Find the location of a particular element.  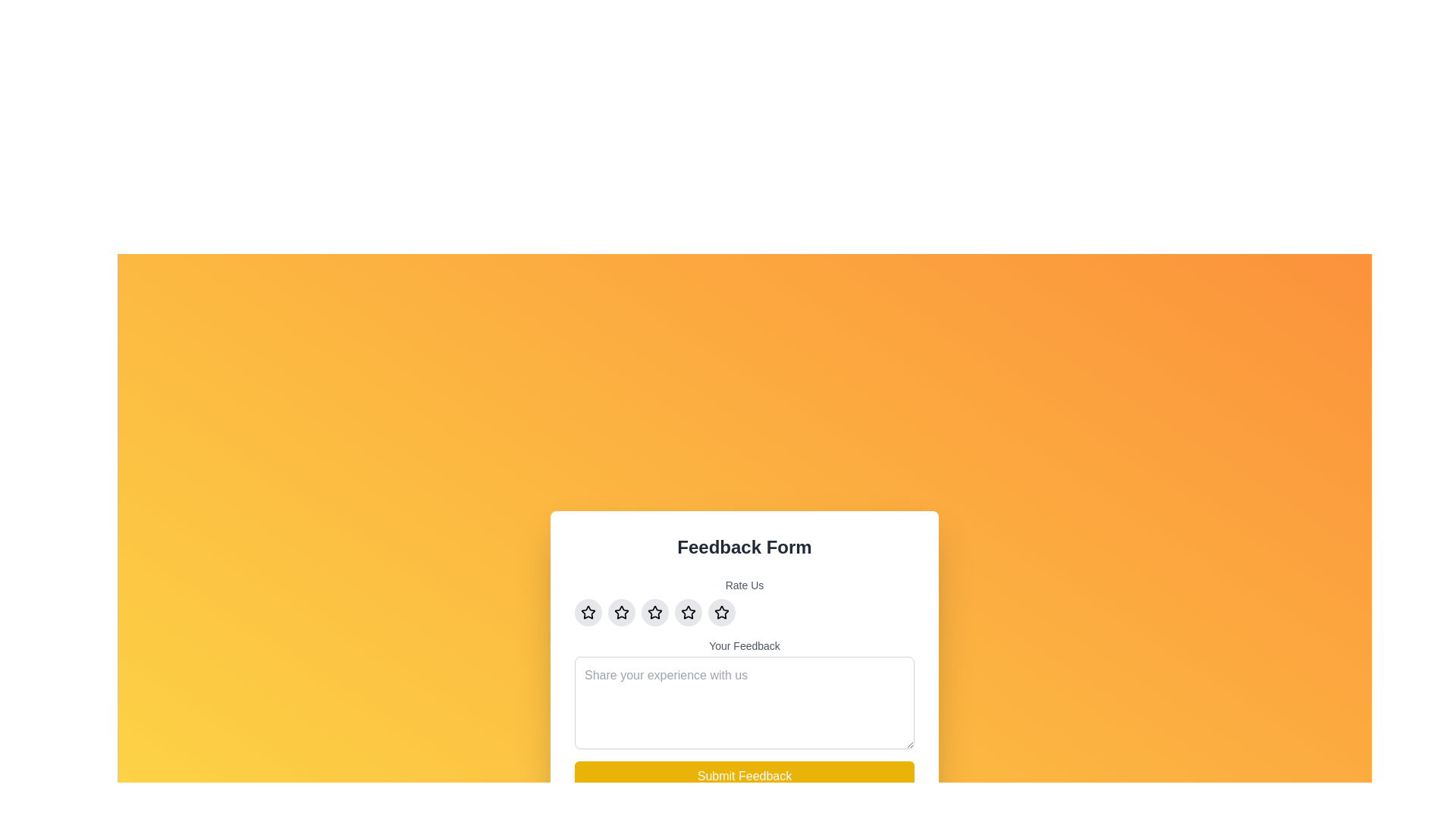

the third star button in the 'Rate Us' section to interact with it for rating input is located at coordinates (655, 611).